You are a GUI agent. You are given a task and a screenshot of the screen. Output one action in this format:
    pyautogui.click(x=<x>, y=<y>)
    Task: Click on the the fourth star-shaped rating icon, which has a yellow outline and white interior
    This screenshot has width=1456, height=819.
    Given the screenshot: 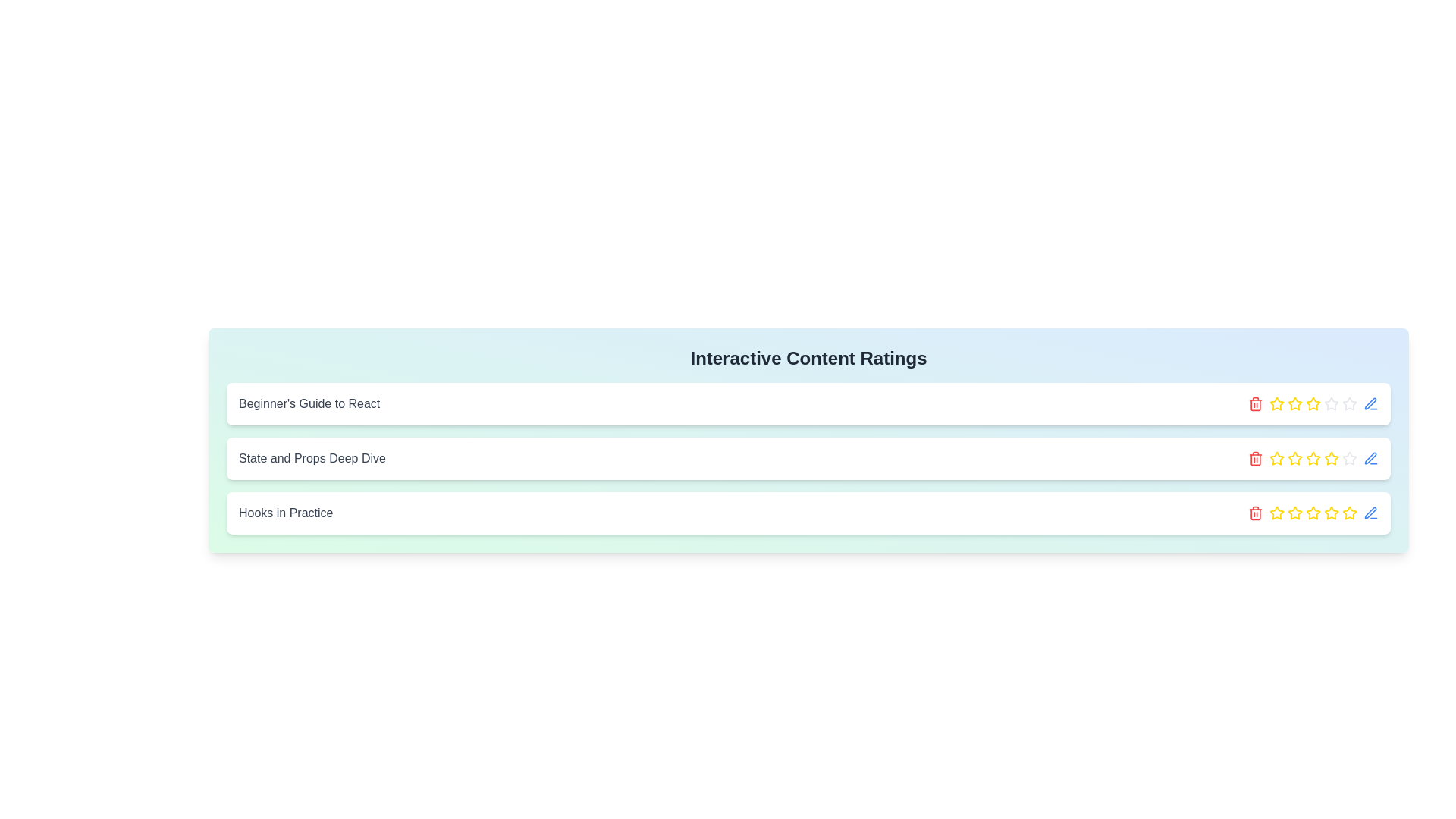 What is the action you would take?
    pyautogui.click(x=1350, y=513)
    